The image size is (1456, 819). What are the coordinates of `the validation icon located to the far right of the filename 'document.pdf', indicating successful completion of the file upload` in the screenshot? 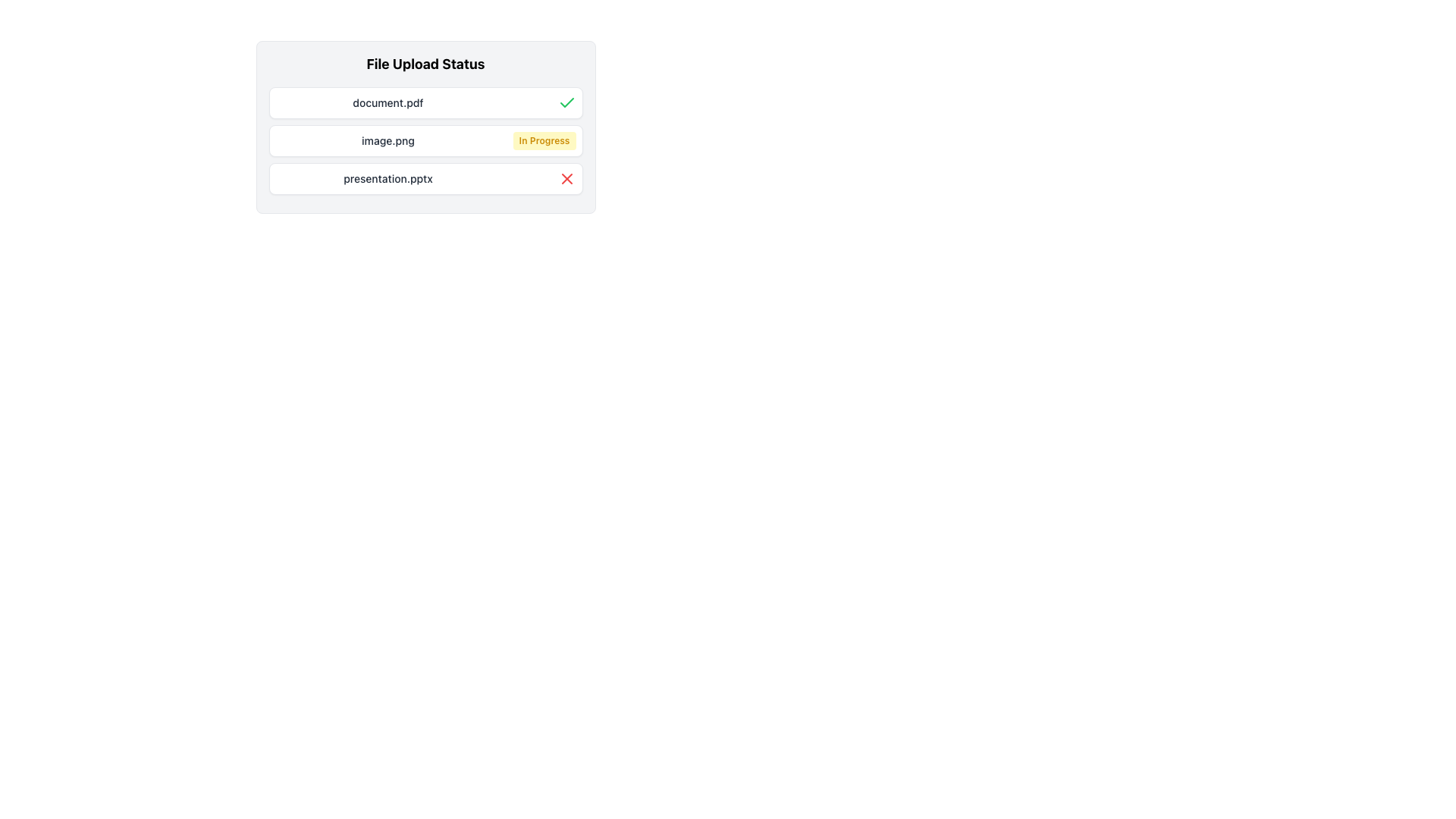 It's located at (566, 102).